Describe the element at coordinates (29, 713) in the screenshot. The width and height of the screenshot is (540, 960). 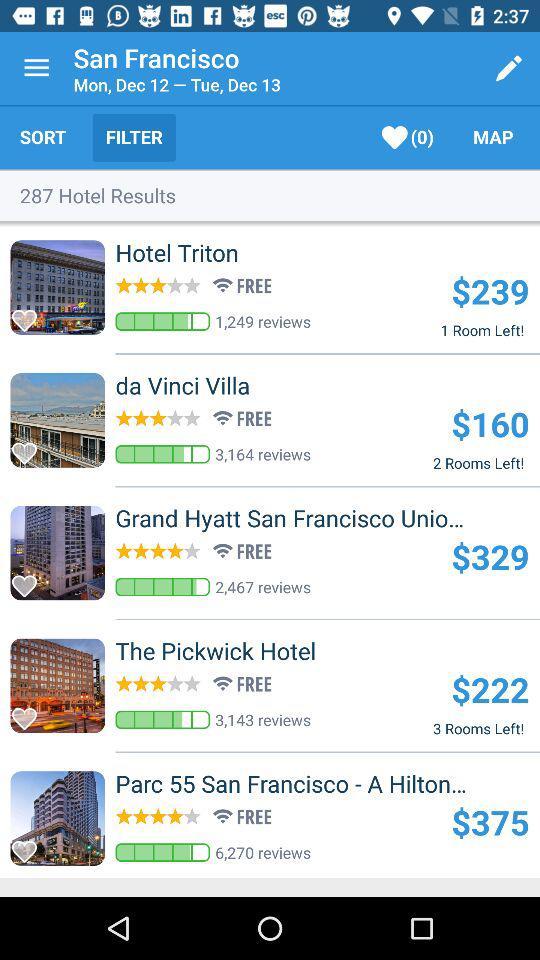
I see `likes a place` at that location.